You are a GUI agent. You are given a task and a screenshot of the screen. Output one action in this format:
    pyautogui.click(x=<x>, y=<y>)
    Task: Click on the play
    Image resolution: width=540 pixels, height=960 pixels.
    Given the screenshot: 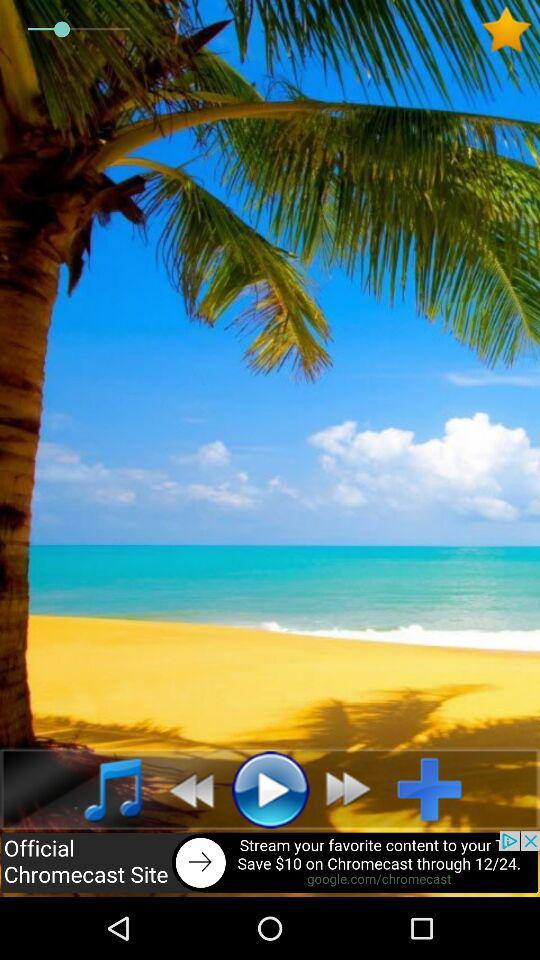 What is the action you would take?
    pyautogui.click(x=270, y=789)
    